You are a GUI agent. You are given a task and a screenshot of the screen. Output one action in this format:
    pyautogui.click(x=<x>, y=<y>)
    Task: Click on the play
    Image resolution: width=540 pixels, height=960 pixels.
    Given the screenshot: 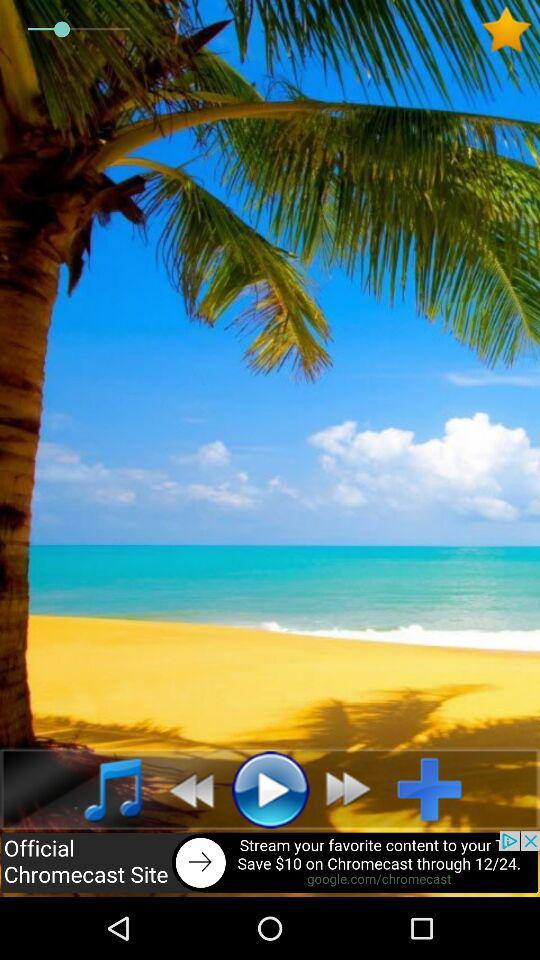 What is the action you would take?
    pyautogui.click(x=270, y=789)
    